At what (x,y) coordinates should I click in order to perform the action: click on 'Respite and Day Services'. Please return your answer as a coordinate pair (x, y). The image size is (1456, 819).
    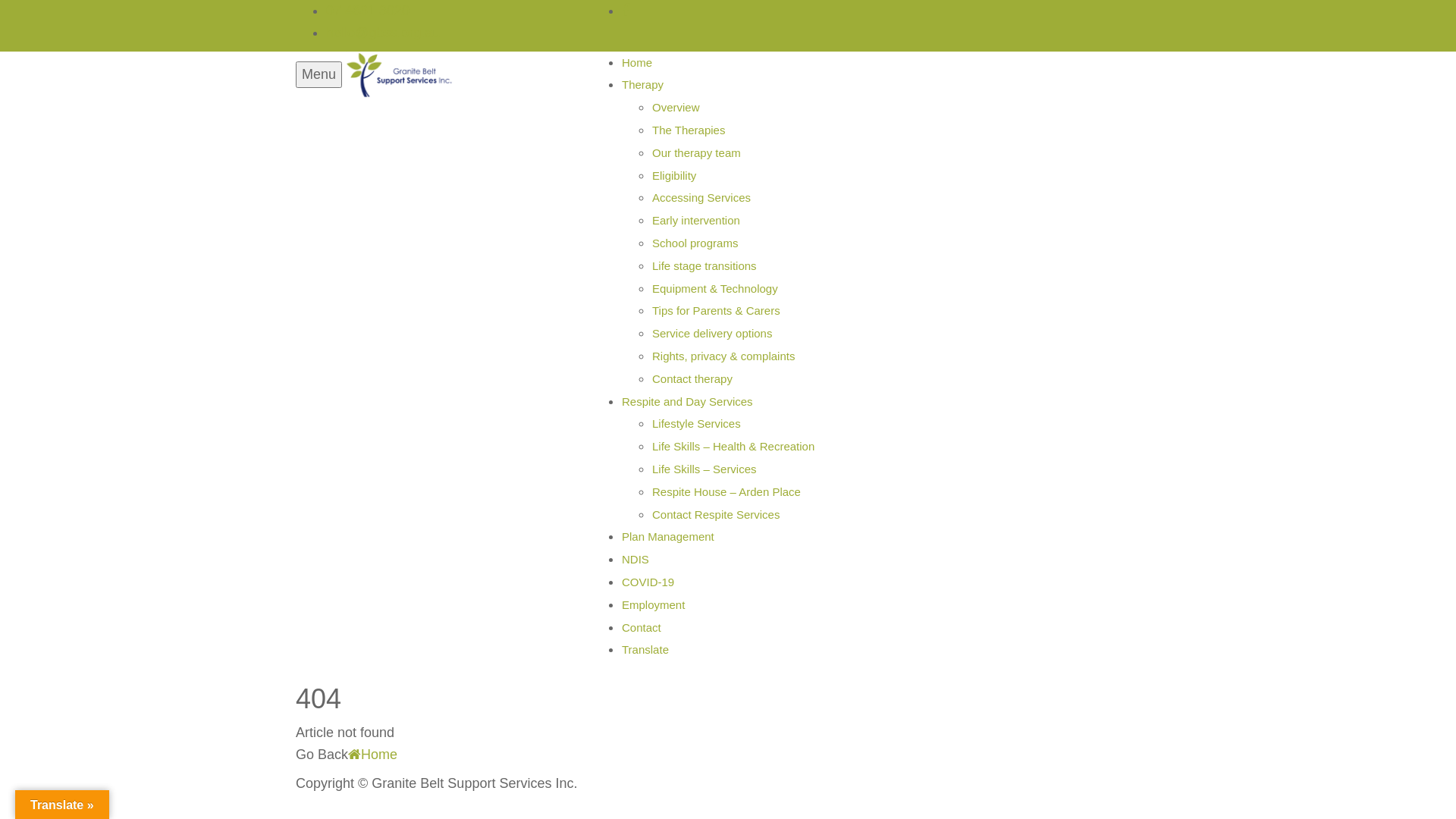
    Looking at the image, I should click on (686, 400).